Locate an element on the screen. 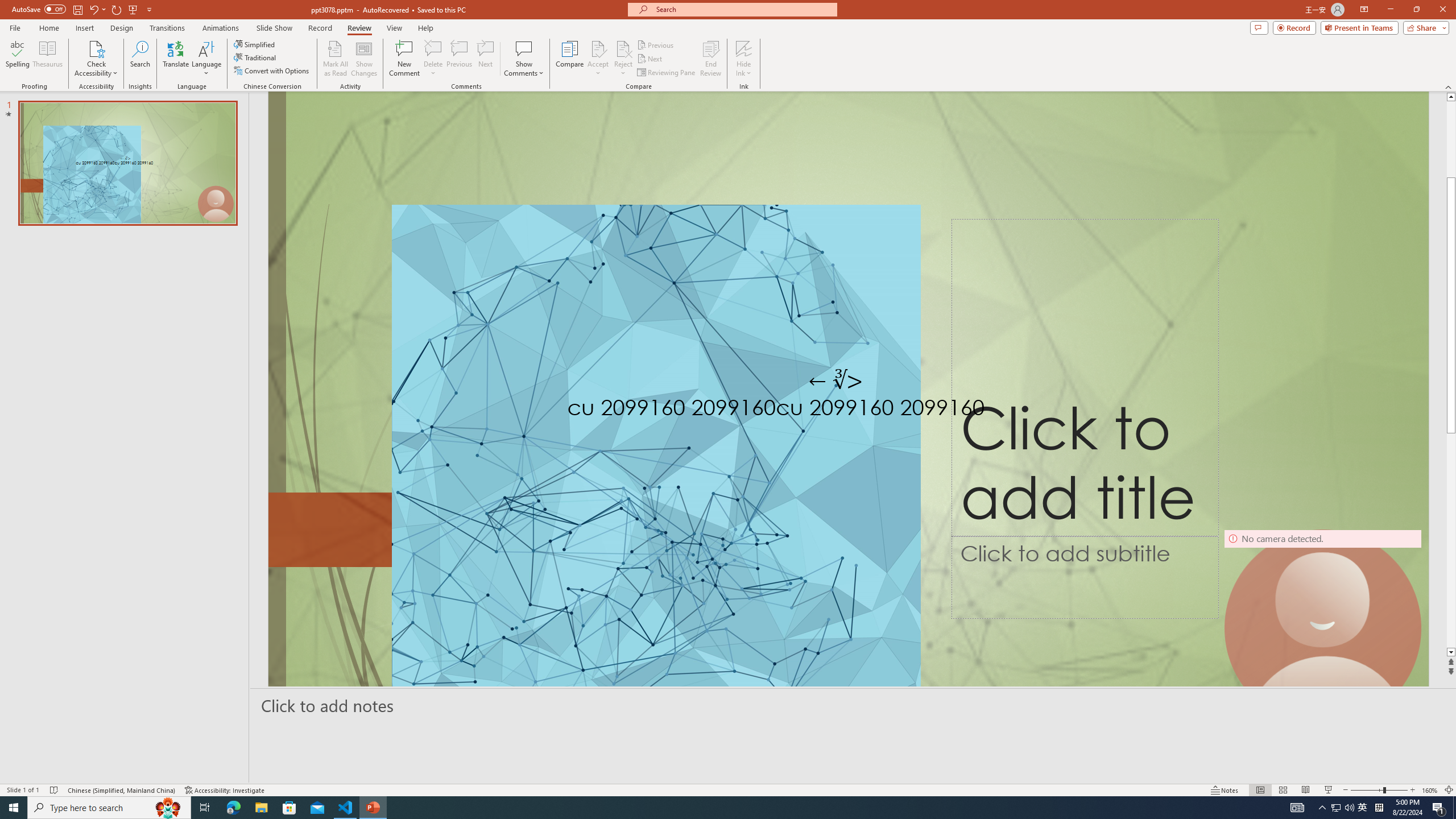  'Animations' is located at coordinates (220, 28).